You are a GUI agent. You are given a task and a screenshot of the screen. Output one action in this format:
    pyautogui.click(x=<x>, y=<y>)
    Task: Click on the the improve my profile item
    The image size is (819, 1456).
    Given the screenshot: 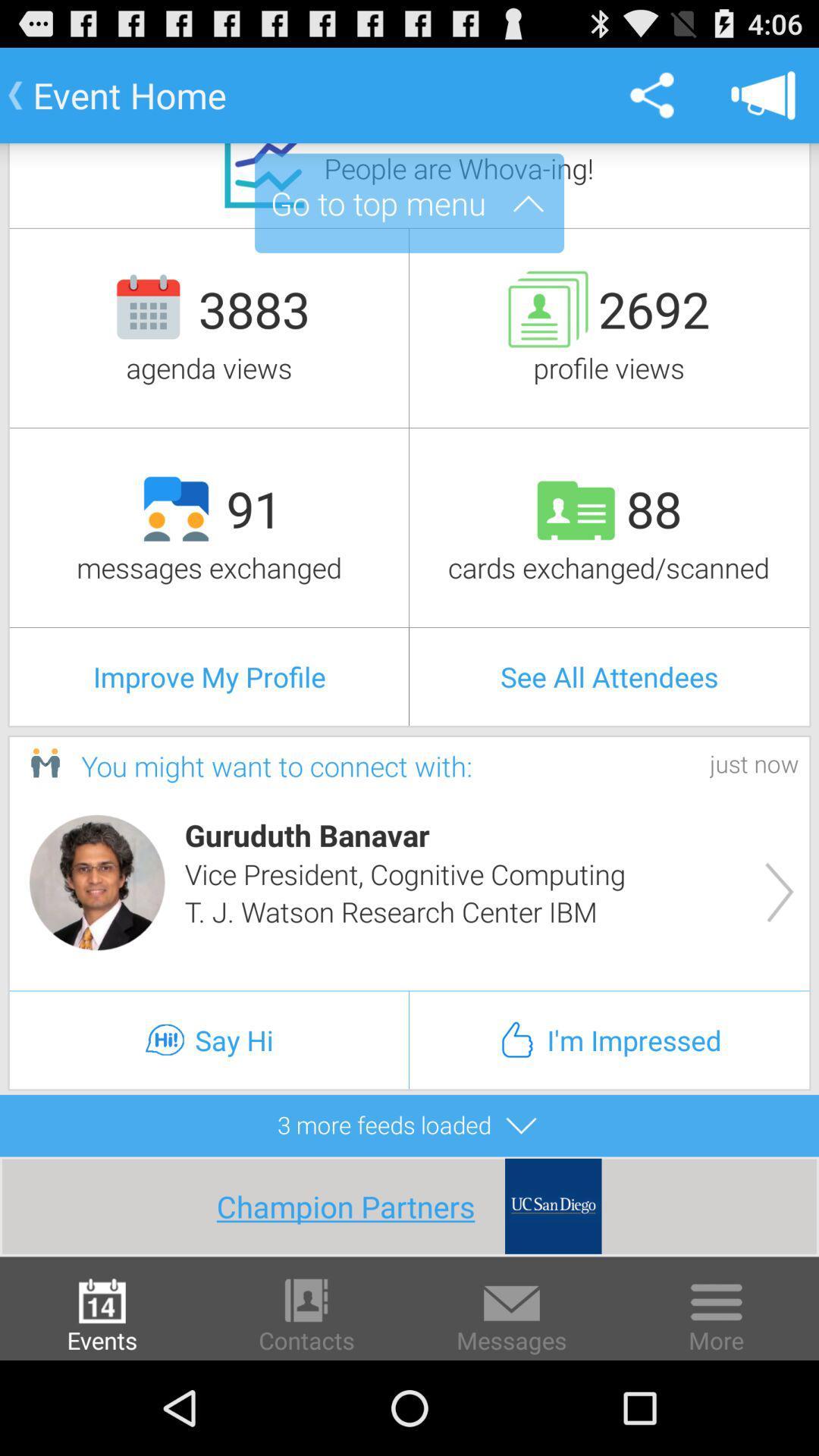 What is the action you would take?
    pyautogui.click(x=209, y=676)
    